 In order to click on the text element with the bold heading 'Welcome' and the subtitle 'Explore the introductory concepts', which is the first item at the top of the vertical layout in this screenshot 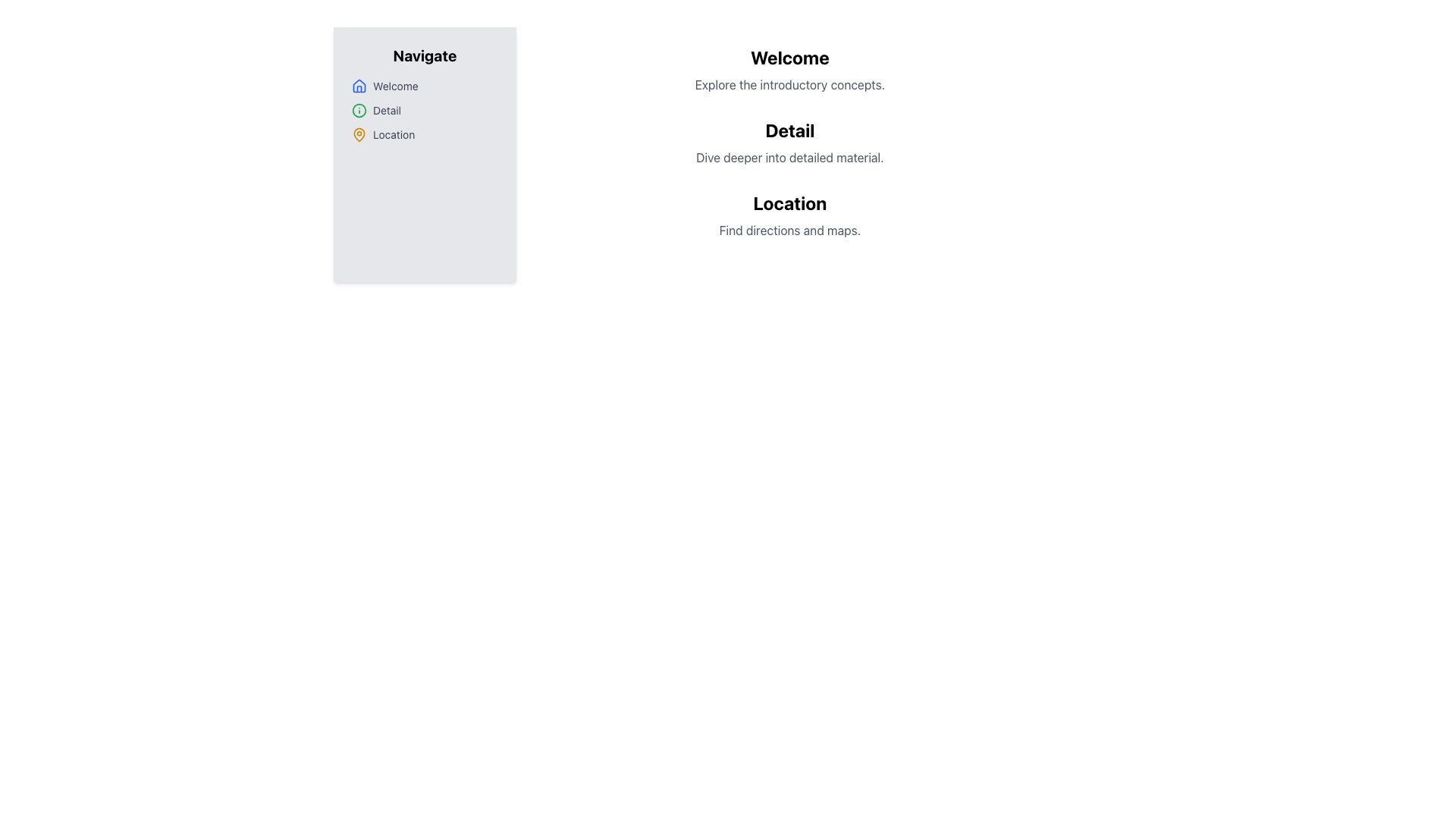, I will do `click(789, 70)`.